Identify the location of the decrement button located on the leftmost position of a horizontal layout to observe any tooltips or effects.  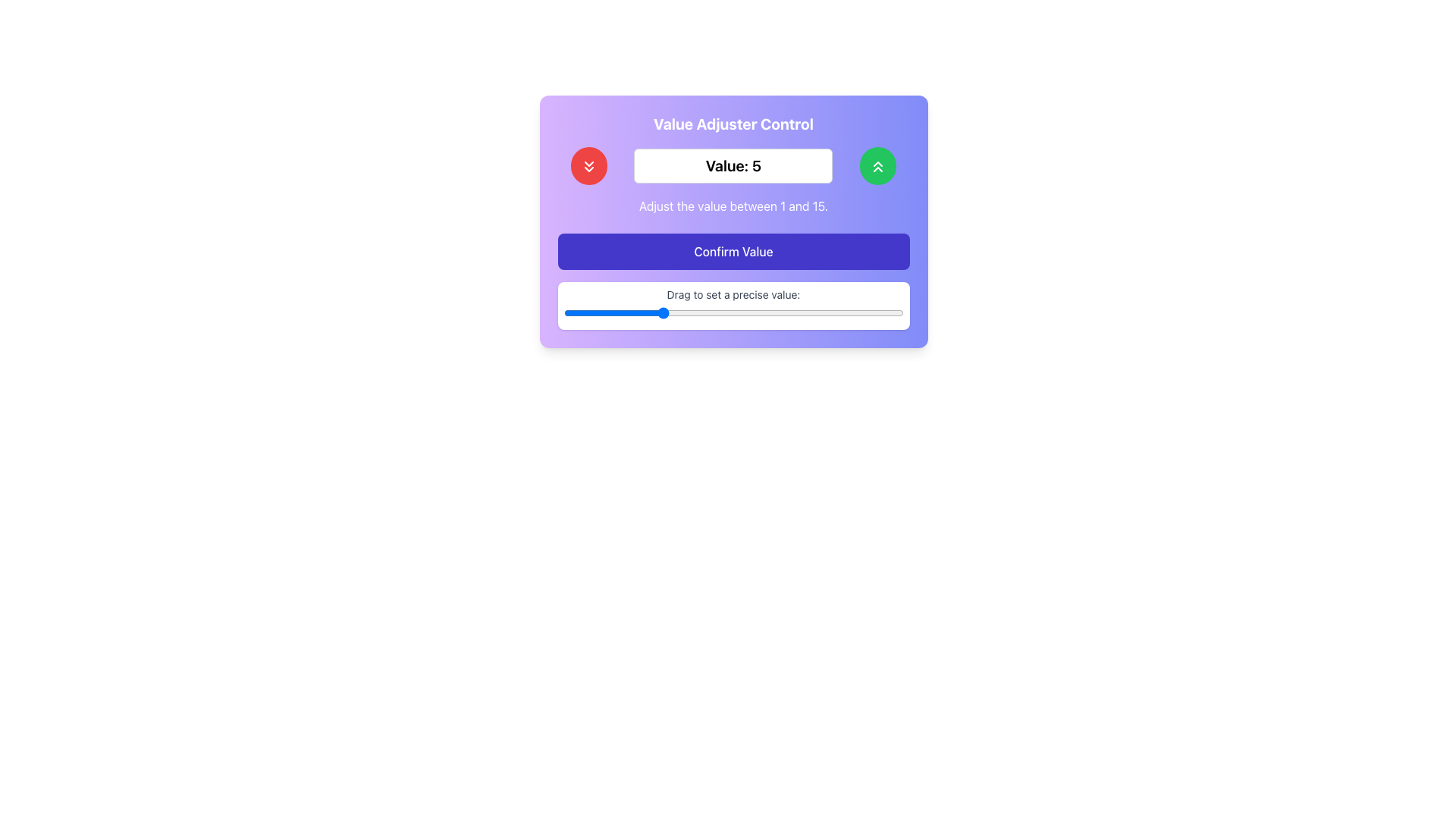
(588, 165).